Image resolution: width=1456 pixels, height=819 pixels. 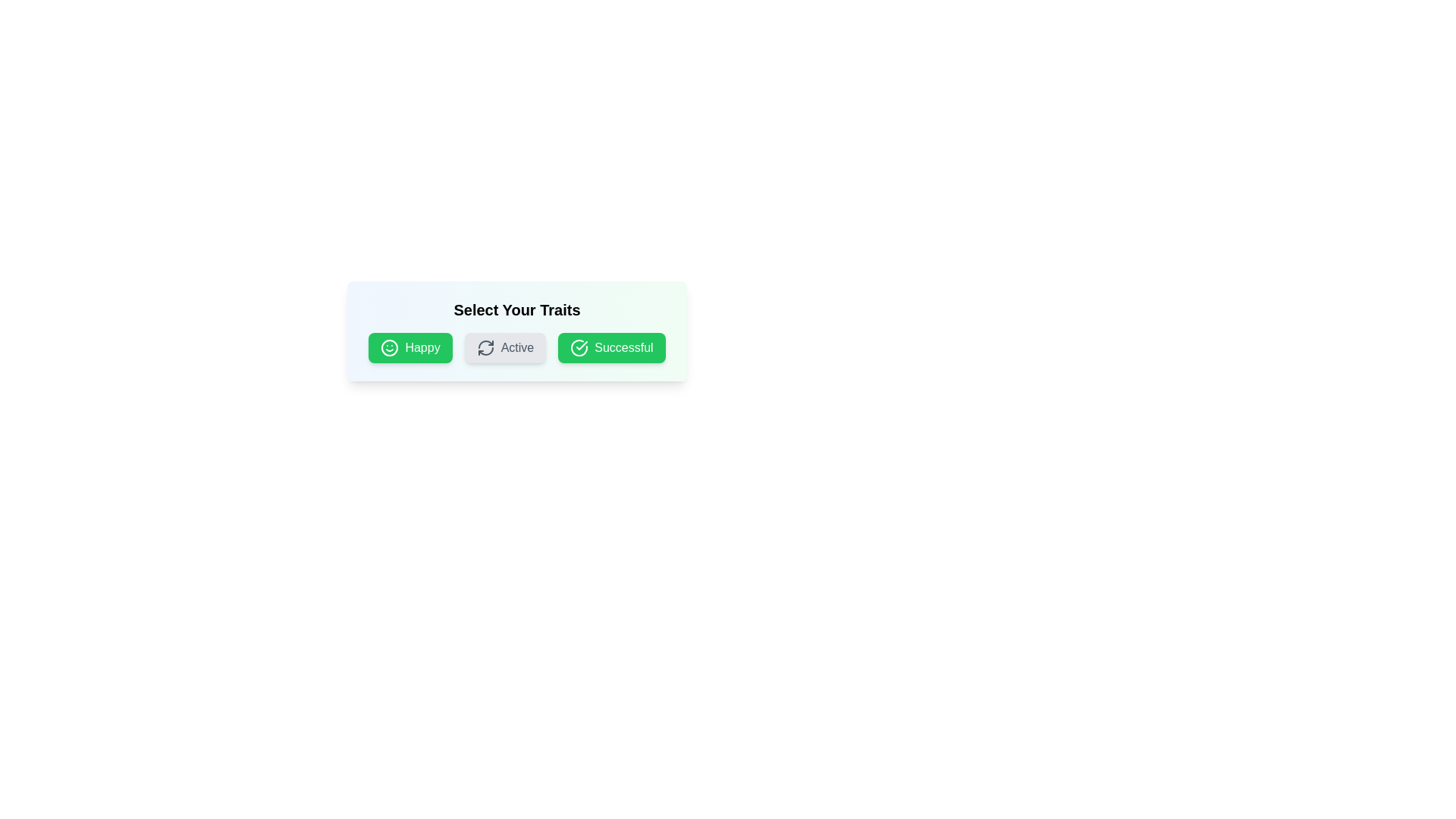 I want to click on the tag Successful, so click(x=611, y=348).